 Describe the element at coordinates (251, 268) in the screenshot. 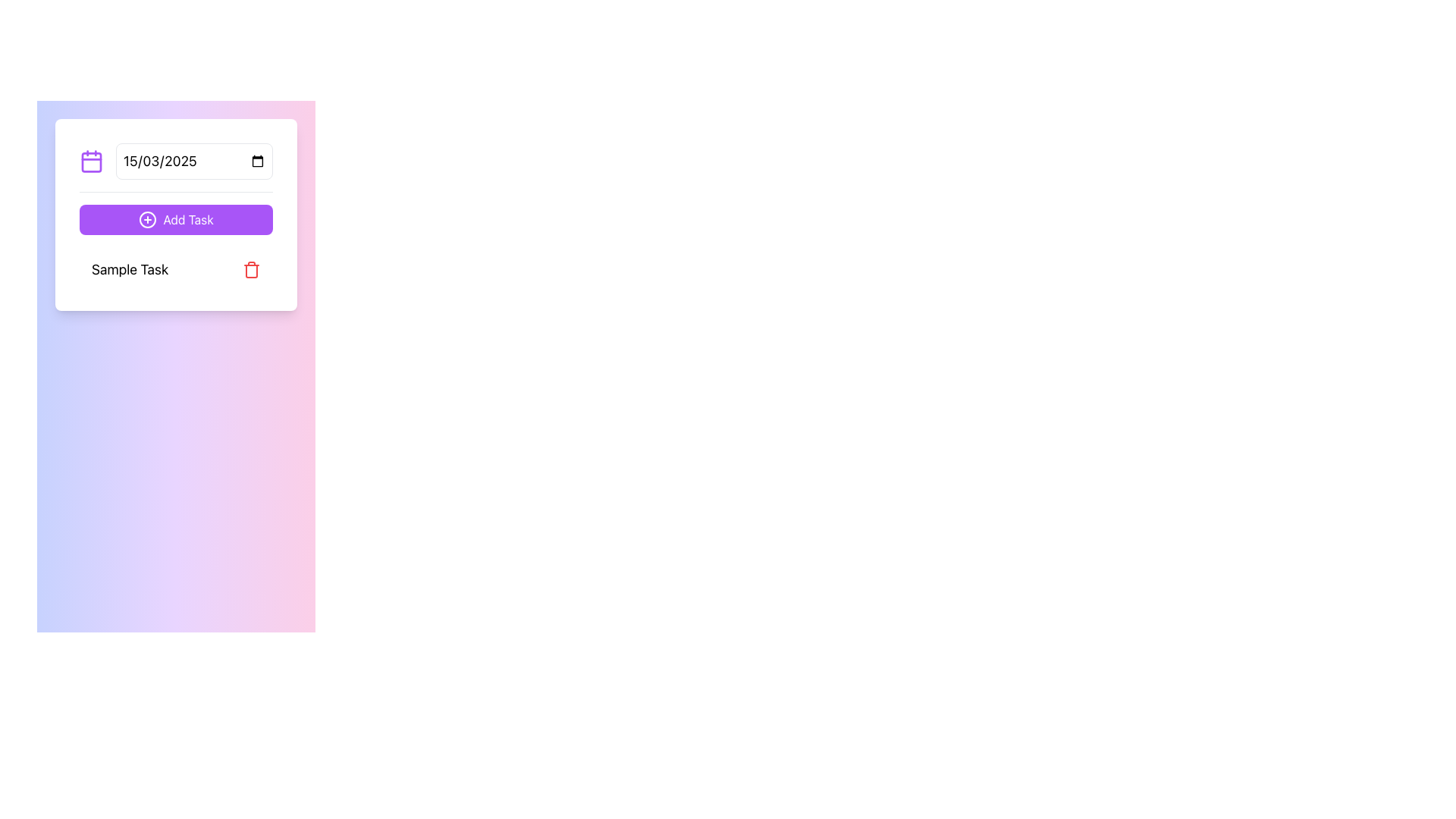

I see `the red trash can icon button located to the right of the text 'Sample Task'` at that location.